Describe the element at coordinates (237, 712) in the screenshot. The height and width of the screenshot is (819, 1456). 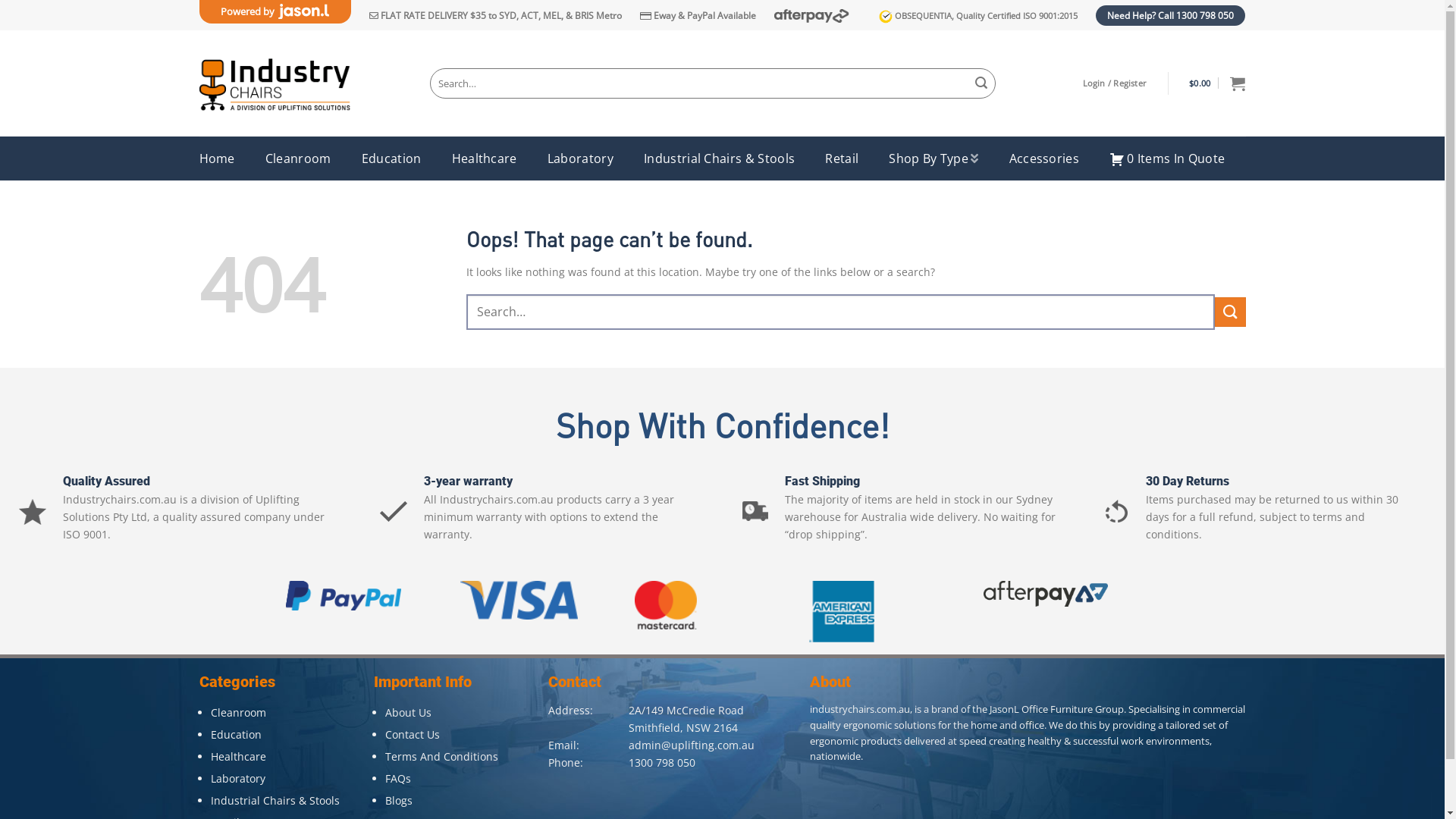
I see `'Cleanroom'` at that location.